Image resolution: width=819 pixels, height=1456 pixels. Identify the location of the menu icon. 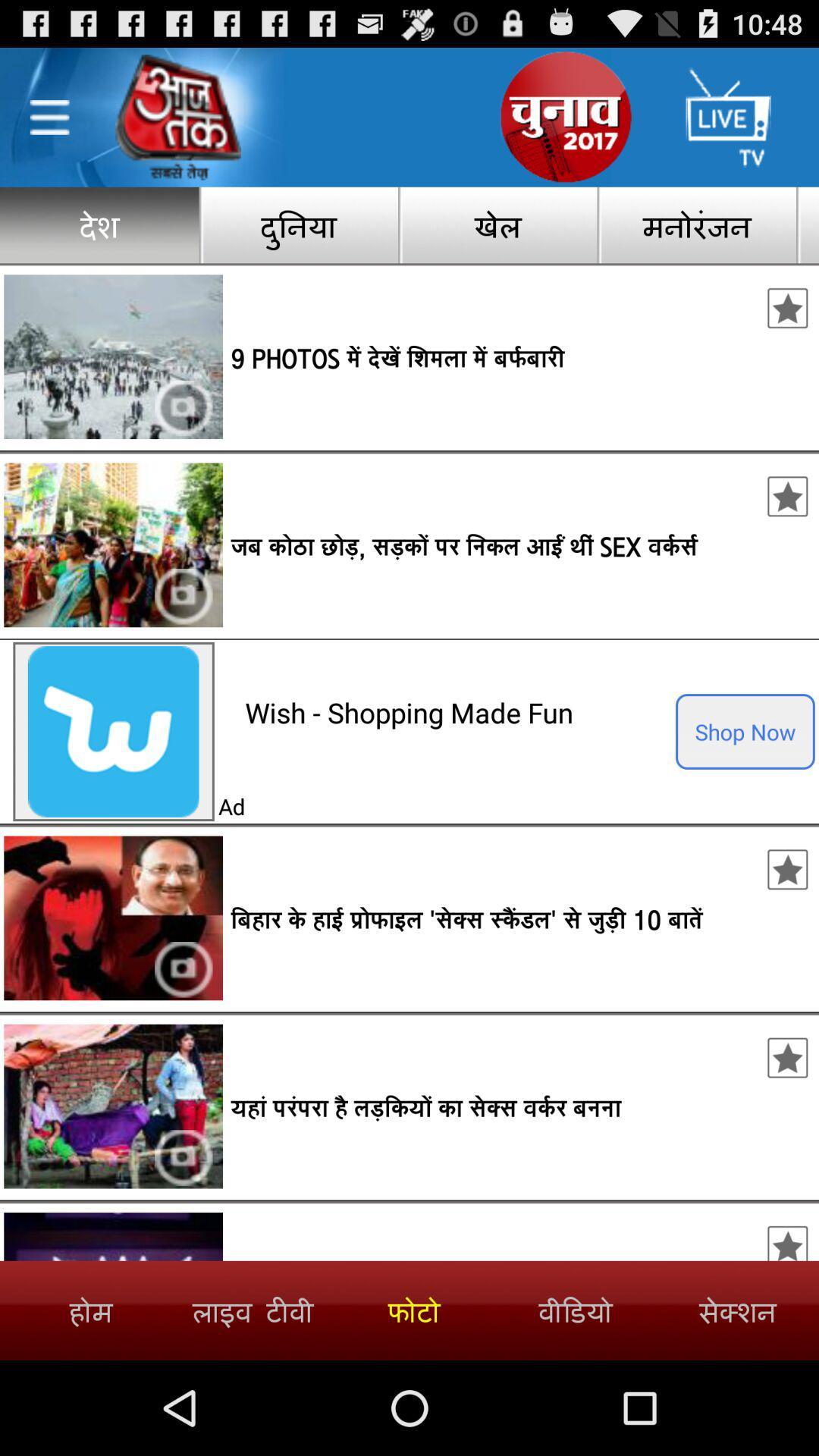
(49, 125).